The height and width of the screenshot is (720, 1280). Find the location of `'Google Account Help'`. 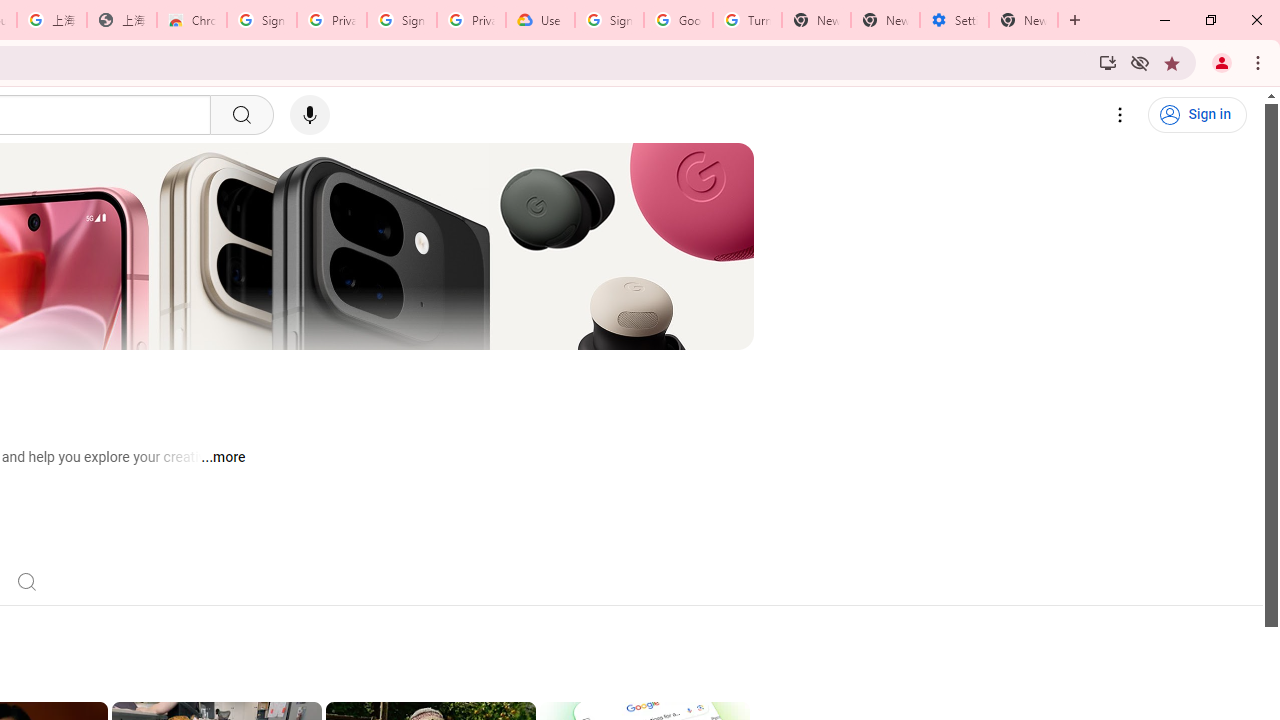

'Google Account Help' is located at coordinates (678, 20).